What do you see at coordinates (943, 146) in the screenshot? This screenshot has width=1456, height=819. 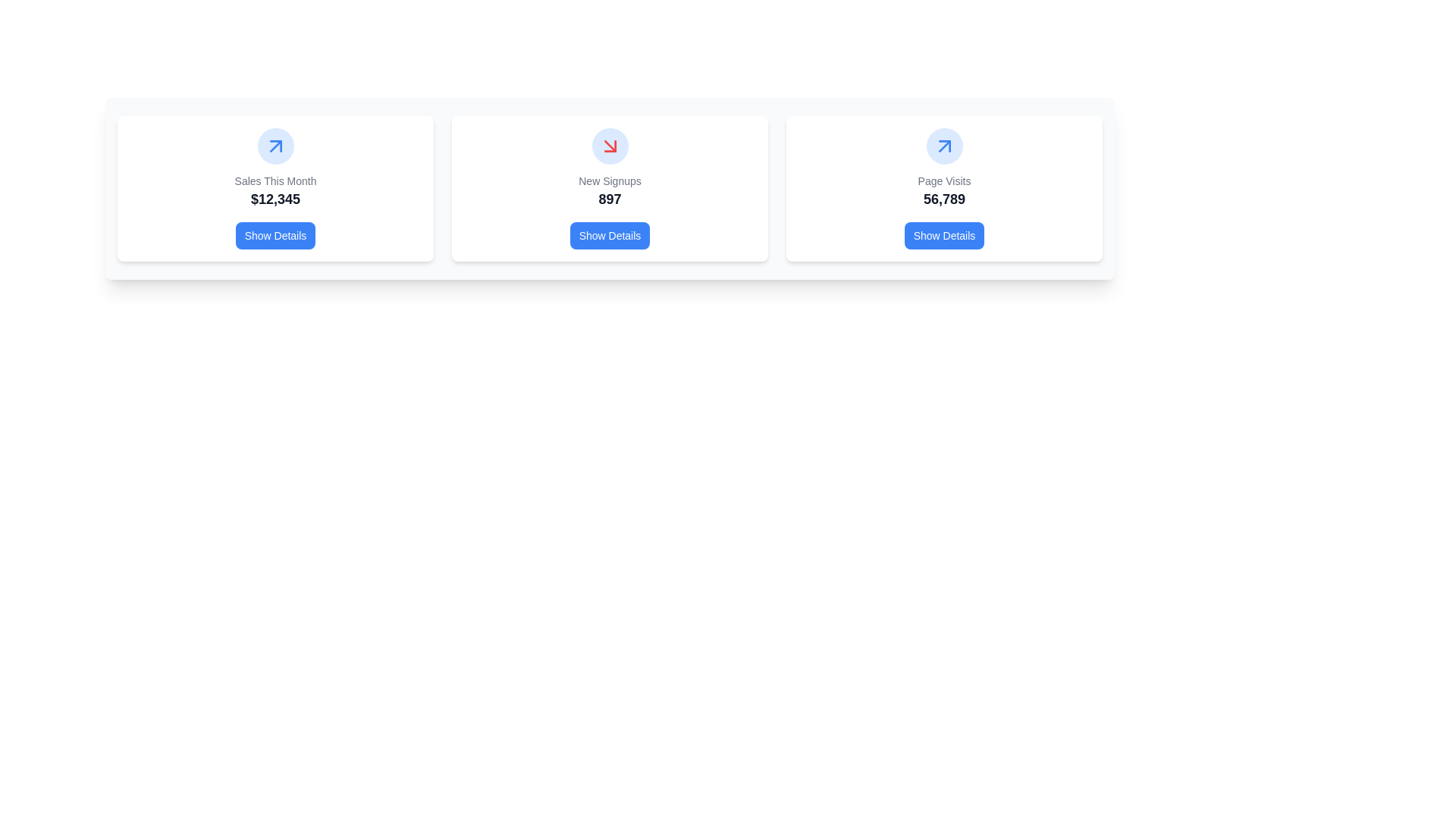 I see `the navigation icon located at the top of the 'Page Visits' card, which is within a circular blue background` at bounding box center [943, 146].